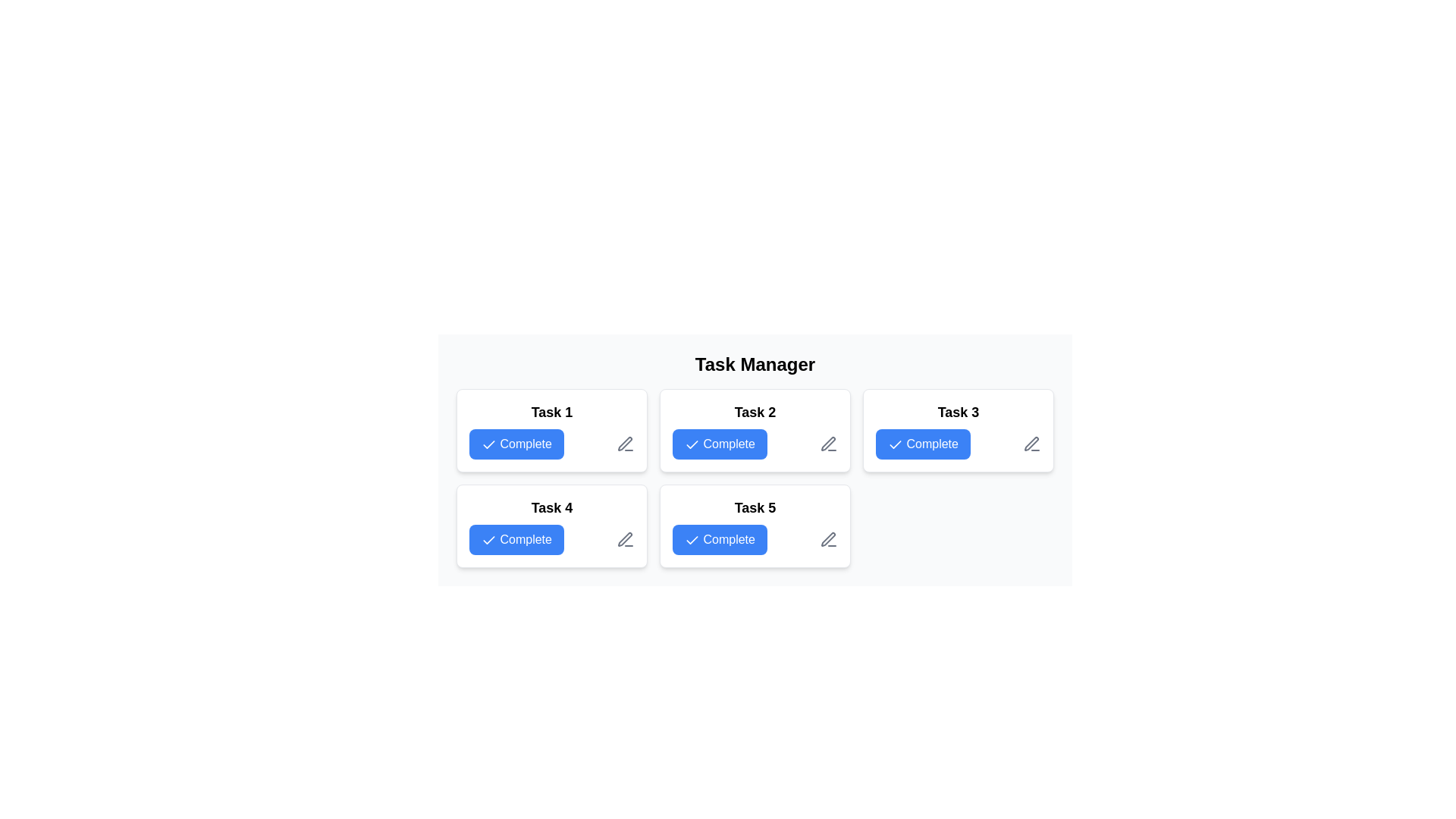 This screenshot has height=819, width=1456. I want to click on the 'Complete' button with a blue background and white text, located in the lower section of the 'Task 1' card, to mark the task as completed, so click(551, 444).